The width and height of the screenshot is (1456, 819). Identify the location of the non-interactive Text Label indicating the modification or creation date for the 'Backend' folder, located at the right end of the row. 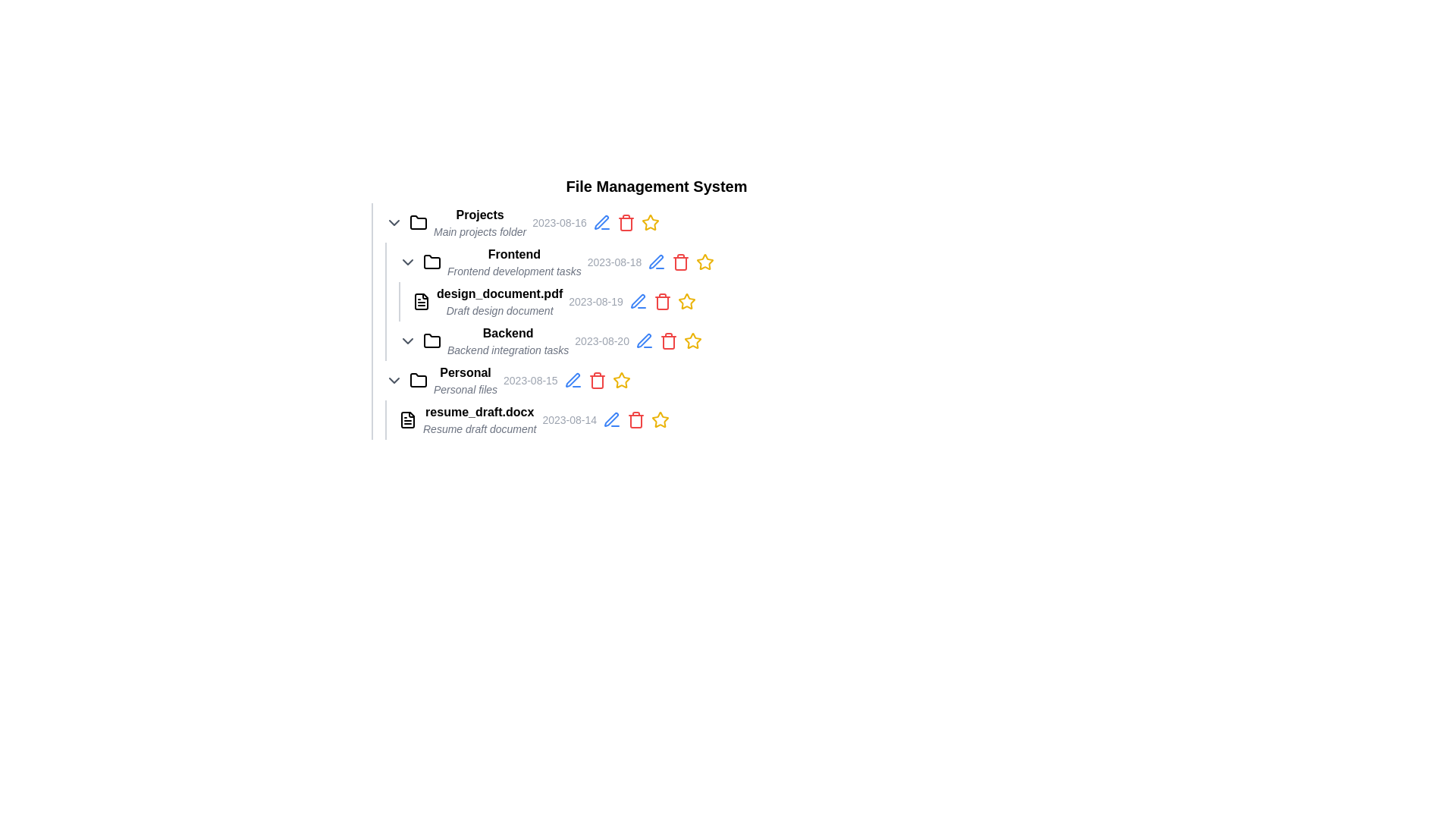
(601, 341).